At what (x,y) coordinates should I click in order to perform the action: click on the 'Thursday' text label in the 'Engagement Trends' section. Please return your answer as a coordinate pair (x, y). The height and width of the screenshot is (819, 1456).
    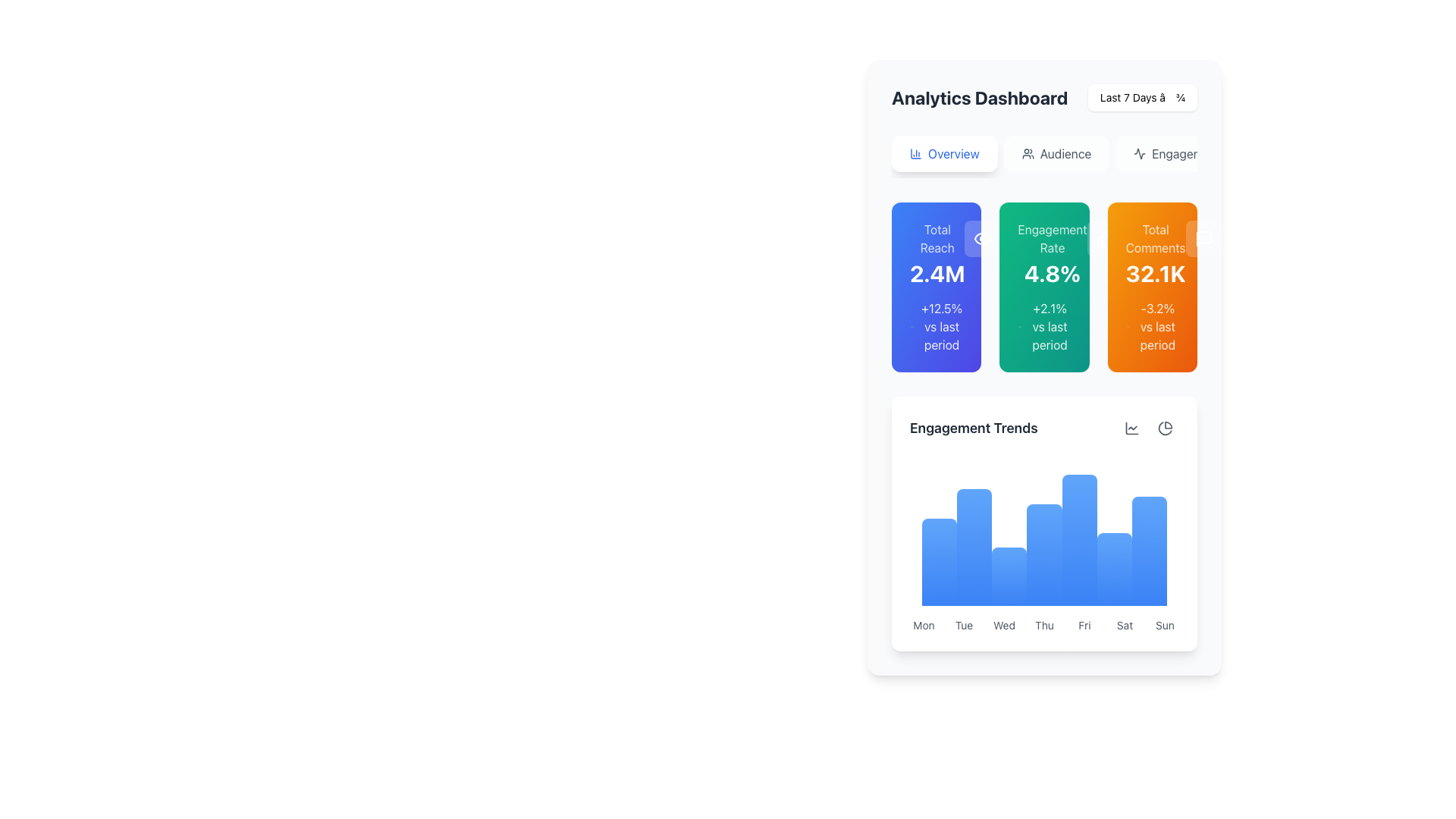
    Looking at the image, I should click on (1043, 626).